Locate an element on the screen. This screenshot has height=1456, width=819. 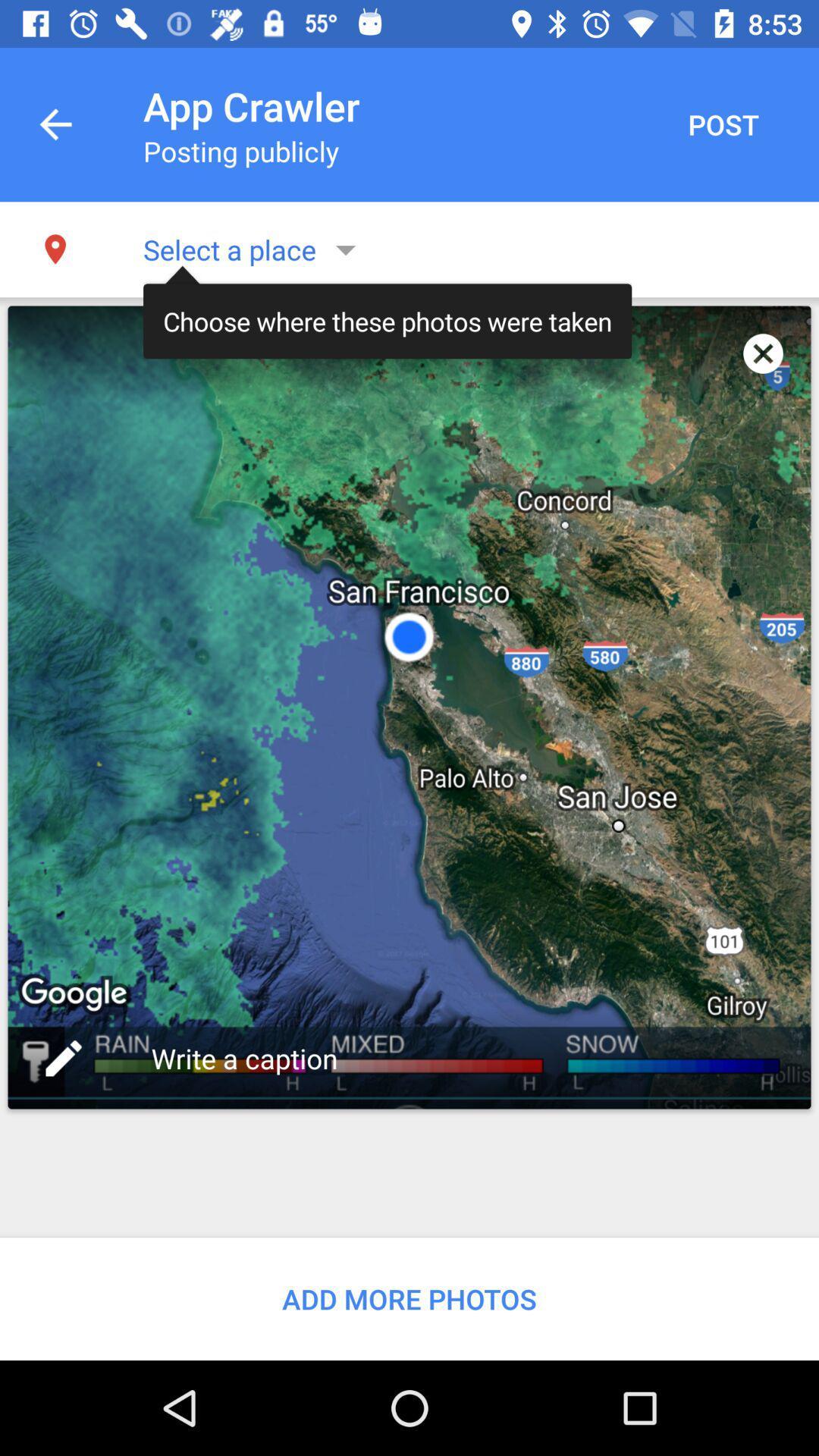
app to the right of the choose where these app is located at coordinates (763, 353).